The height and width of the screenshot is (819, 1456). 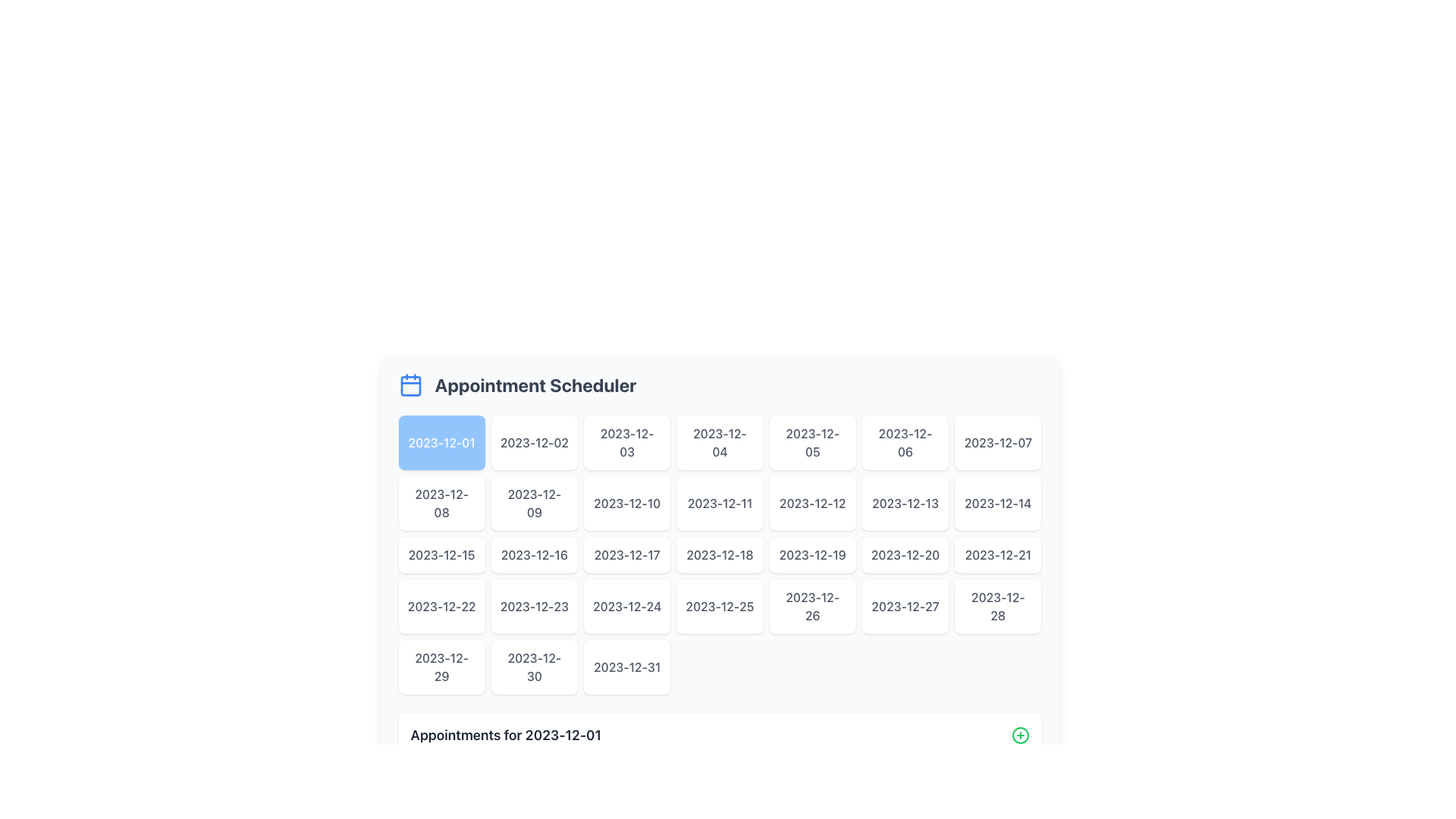 What do you see at coordinates (627, 605) in the screenshot?
I see `the date selection button for December 24, 2023 in the calendar interface` at bounding box center [627, 605].